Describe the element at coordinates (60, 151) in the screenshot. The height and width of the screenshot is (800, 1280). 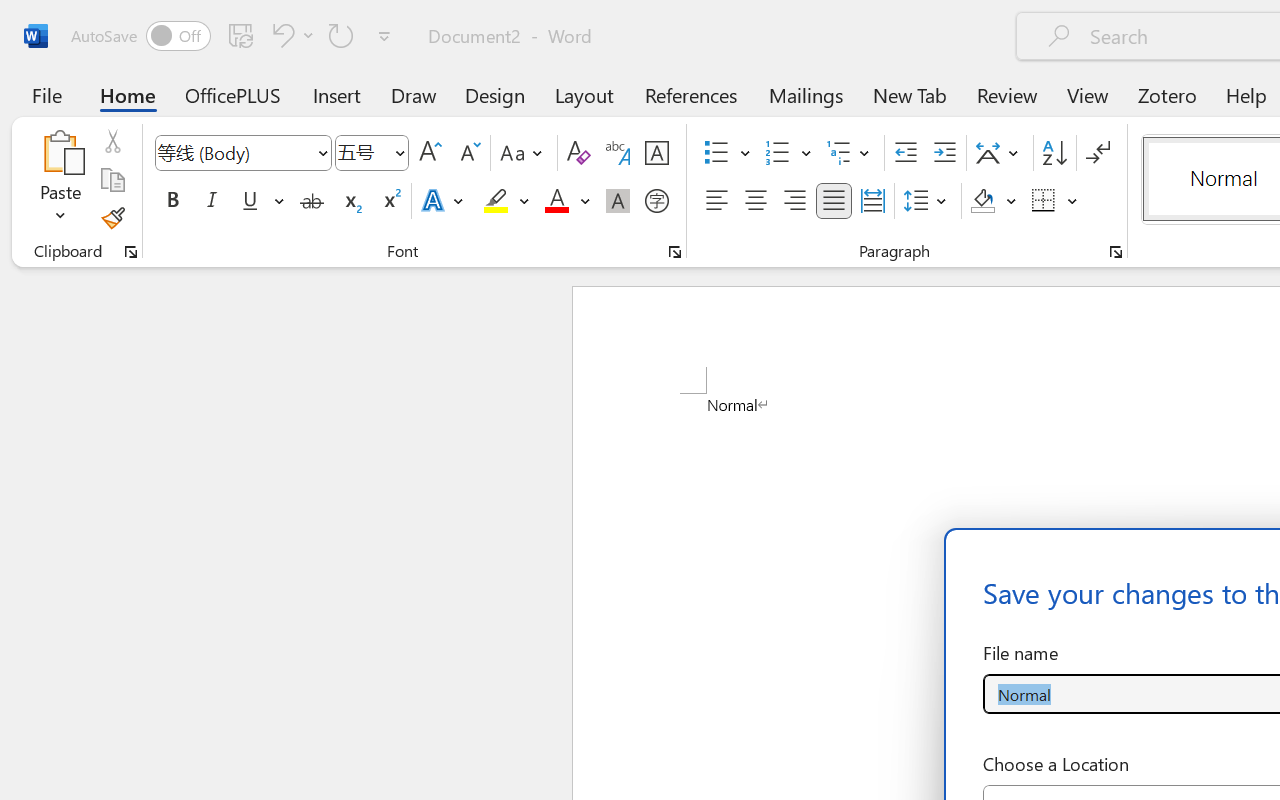
I see `'Paste'` at that location.